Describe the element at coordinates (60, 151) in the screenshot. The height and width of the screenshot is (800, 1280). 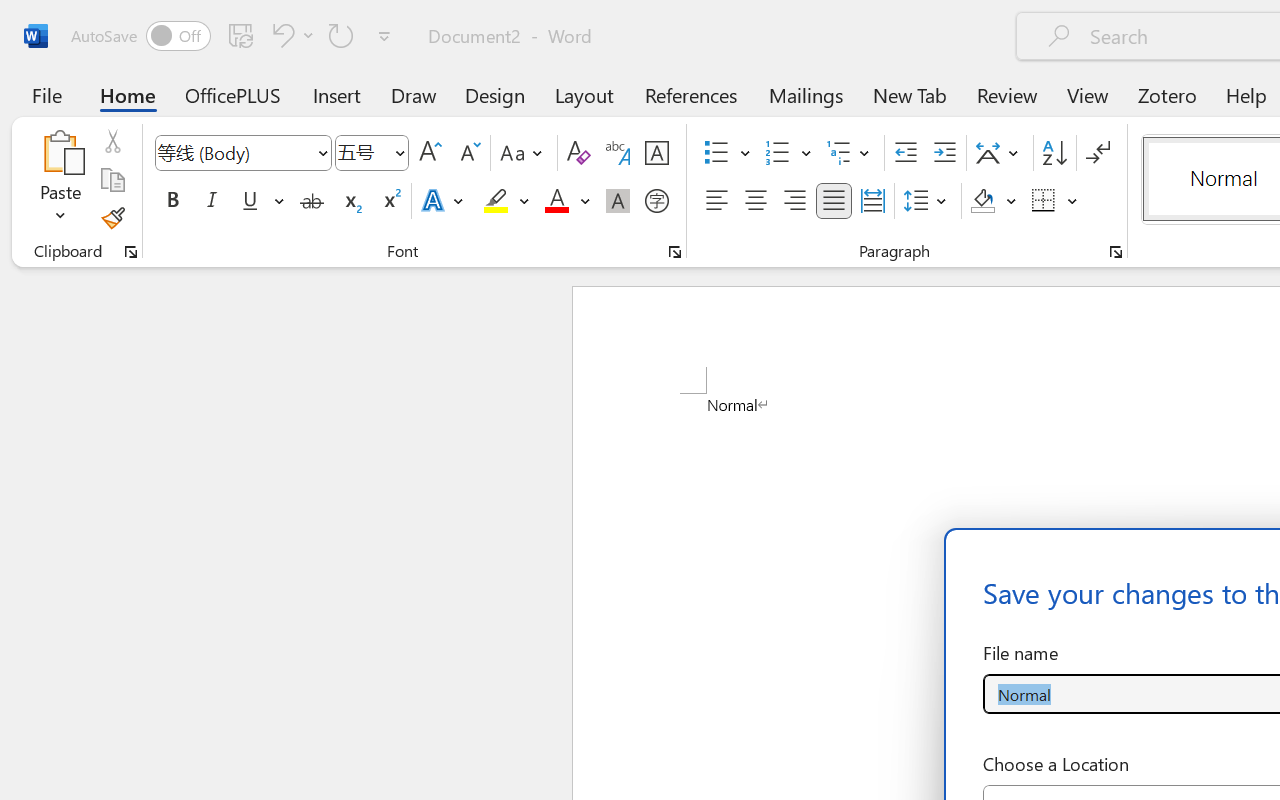
I see `'Paste'` at that location.